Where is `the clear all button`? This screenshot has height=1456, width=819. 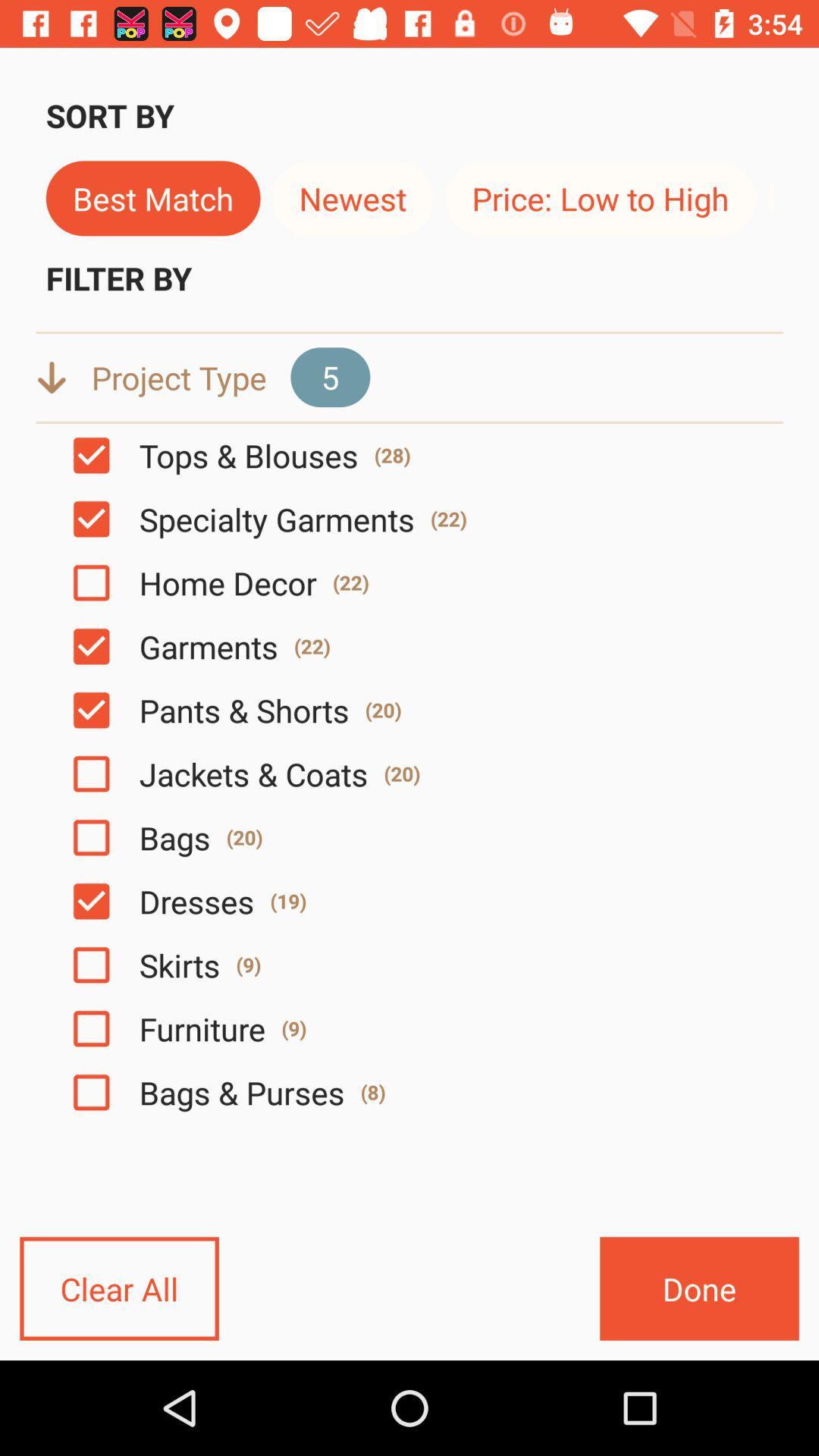
the clear all button is located at coordinates (118, 1288).